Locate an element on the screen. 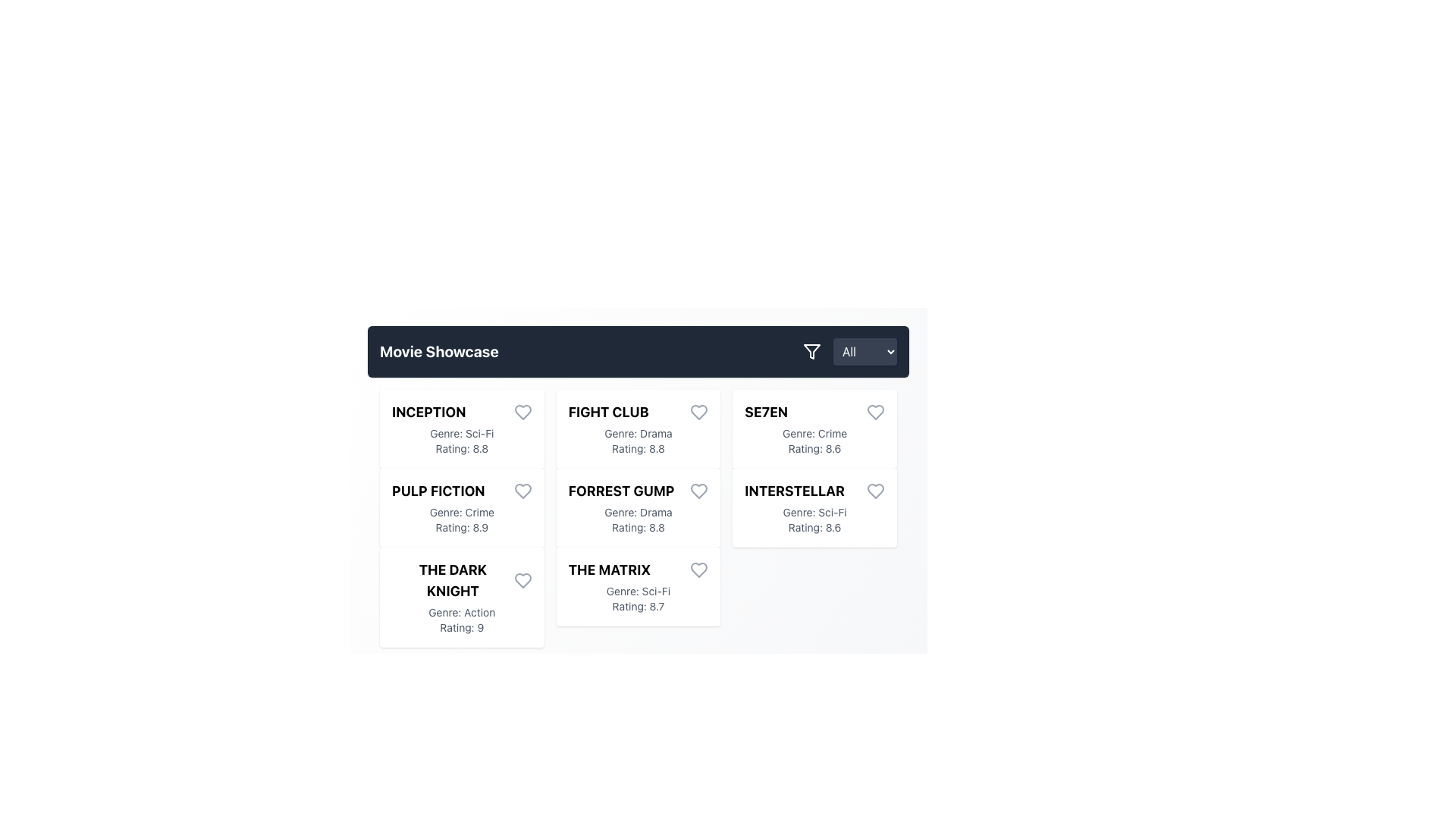 The height and width of the screenshot is (819, 1456). the heart icon representing the 'like' or 'favorite' functionality for the movie 'SE7EN' is located at coordinates (875, 412).